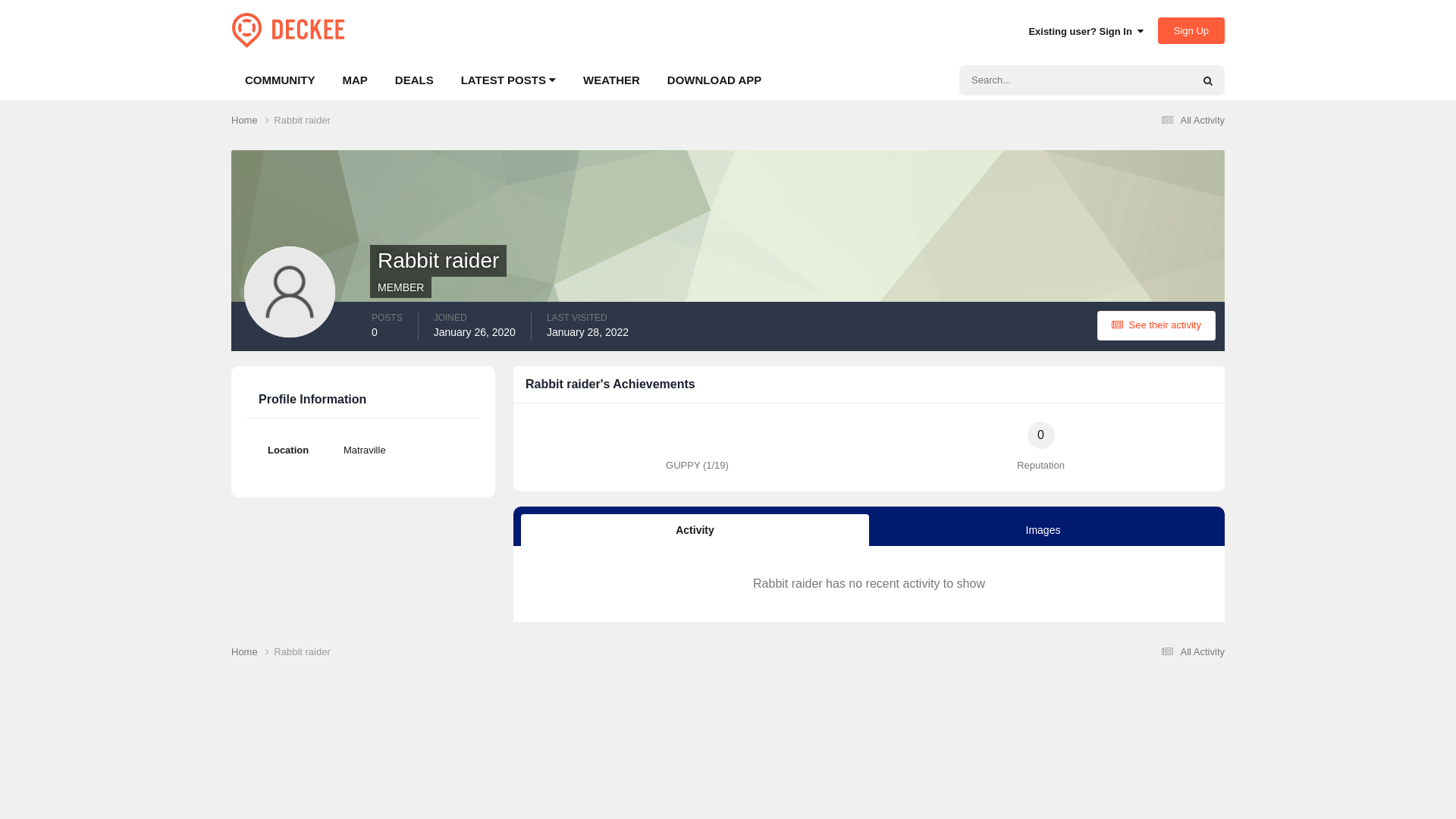 This screenshot has width=1456, height=819. Describe the element at coordinates (611, 80) in the screenshot. I see `'WEATHER'` at that location.